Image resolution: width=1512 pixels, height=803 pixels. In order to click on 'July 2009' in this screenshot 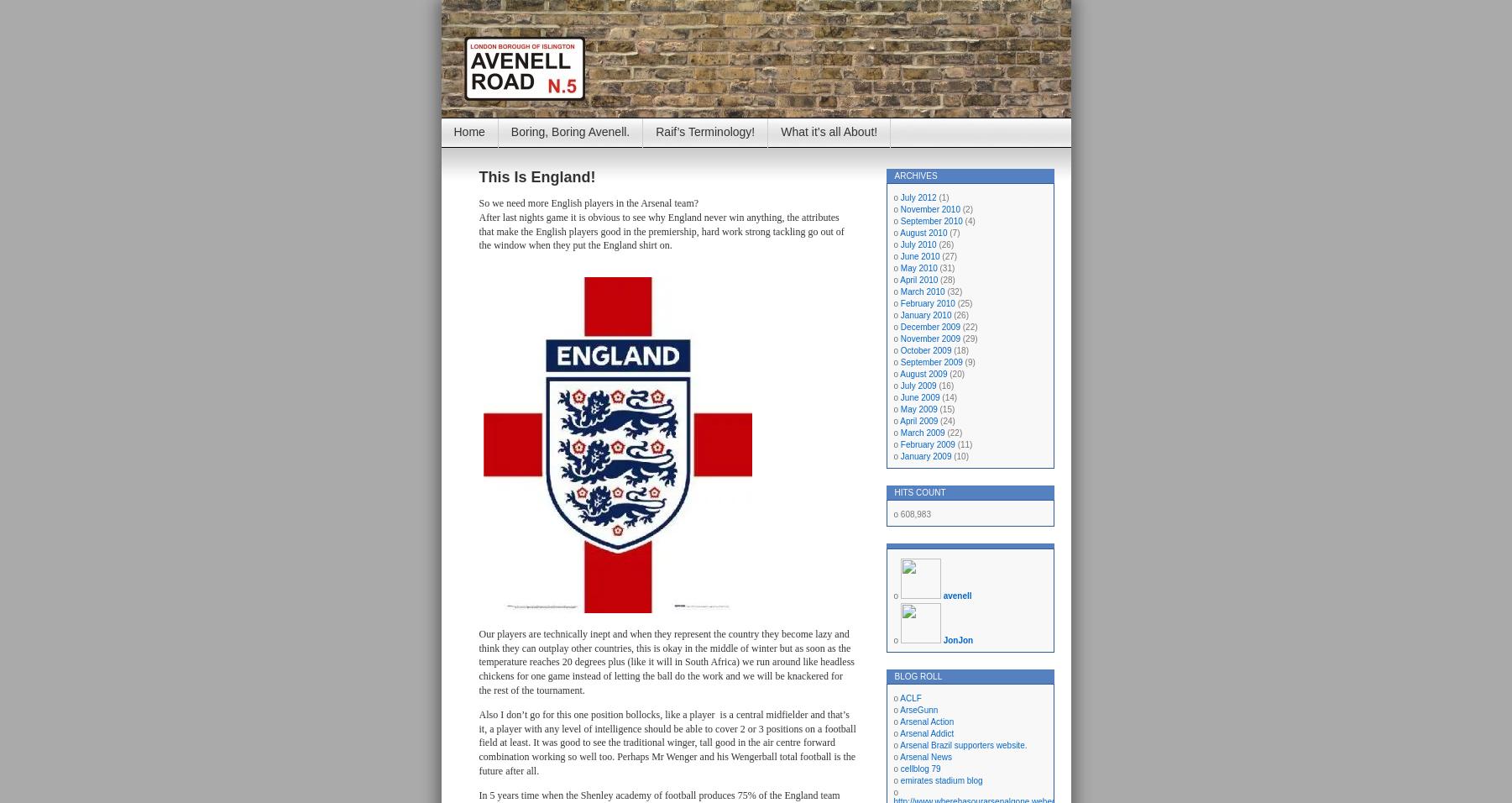, I will do `click(917, 386)`.